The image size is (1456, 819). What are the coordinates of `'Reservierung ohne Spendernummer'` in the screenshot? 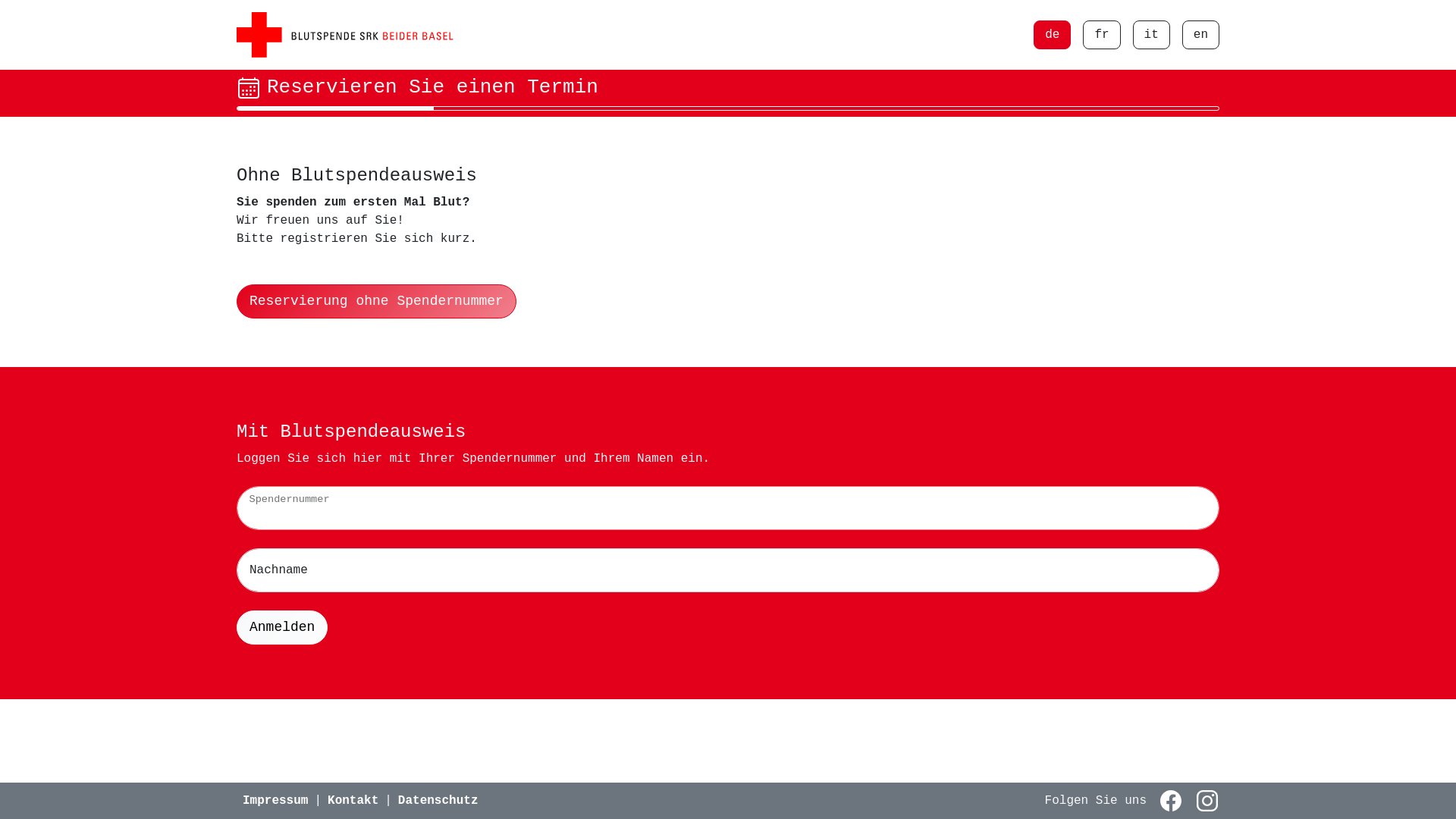 It's located at (376, 301).